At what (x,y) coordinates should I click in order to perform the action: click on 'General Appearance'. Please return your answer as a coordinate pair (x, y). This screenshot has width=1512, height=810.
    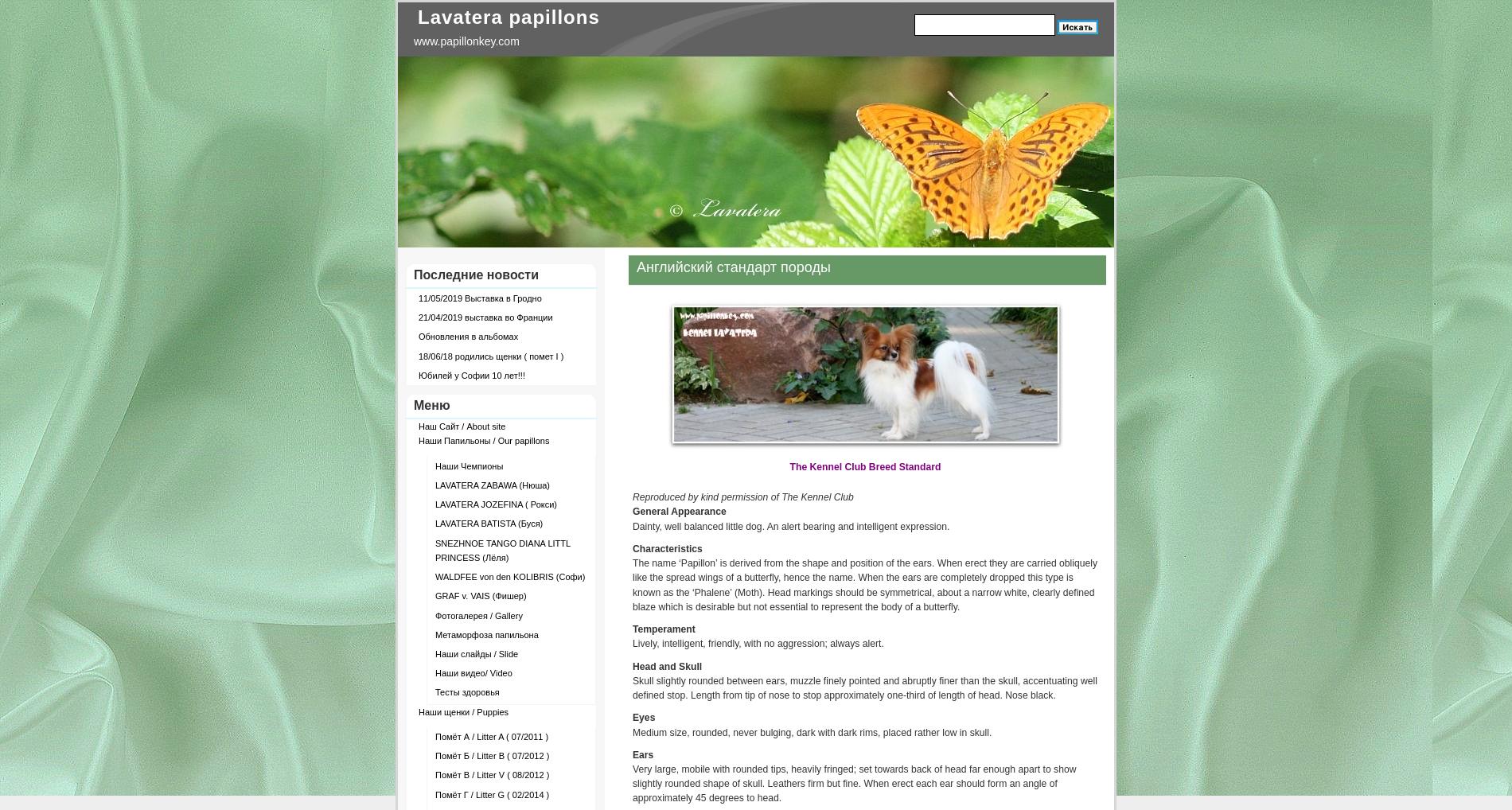
    Looking at the image, I should click on (678, 510).